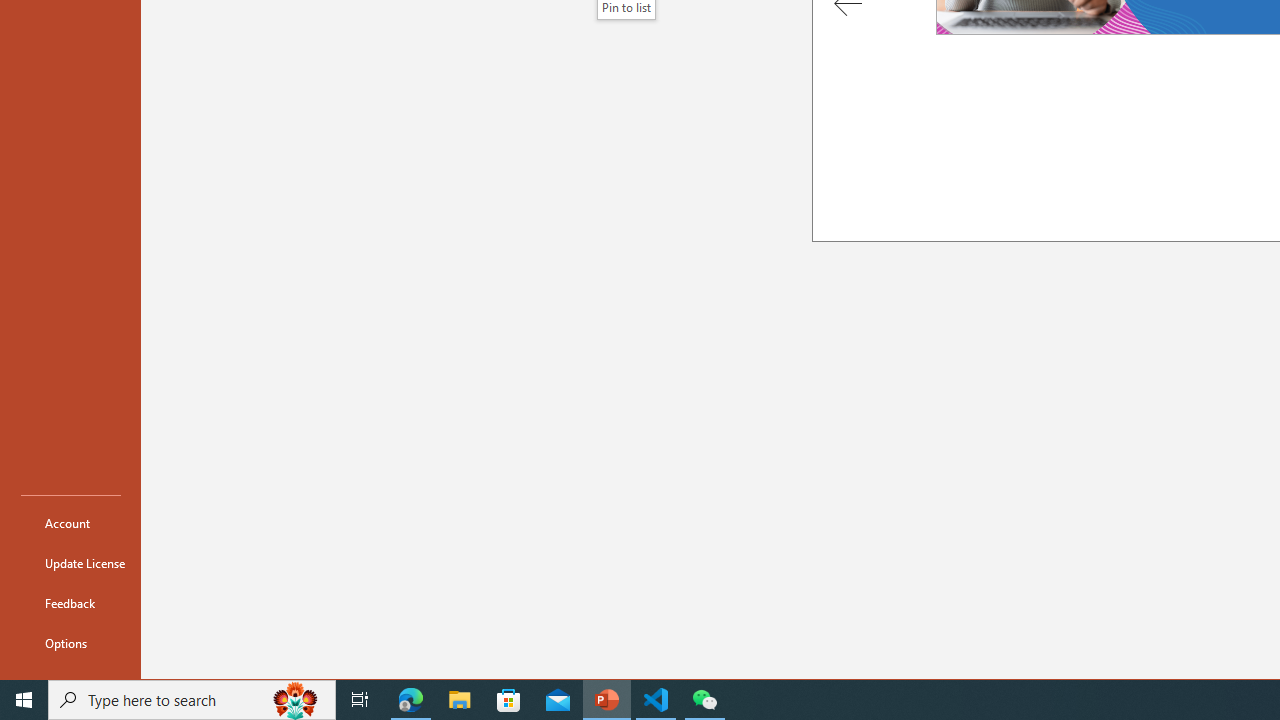 The width and height of the screenshot is (1280, 720). What do you see at coordinates (71, 522) in the screenshot?
I see `'Account'` at bounding box center [71, 522].